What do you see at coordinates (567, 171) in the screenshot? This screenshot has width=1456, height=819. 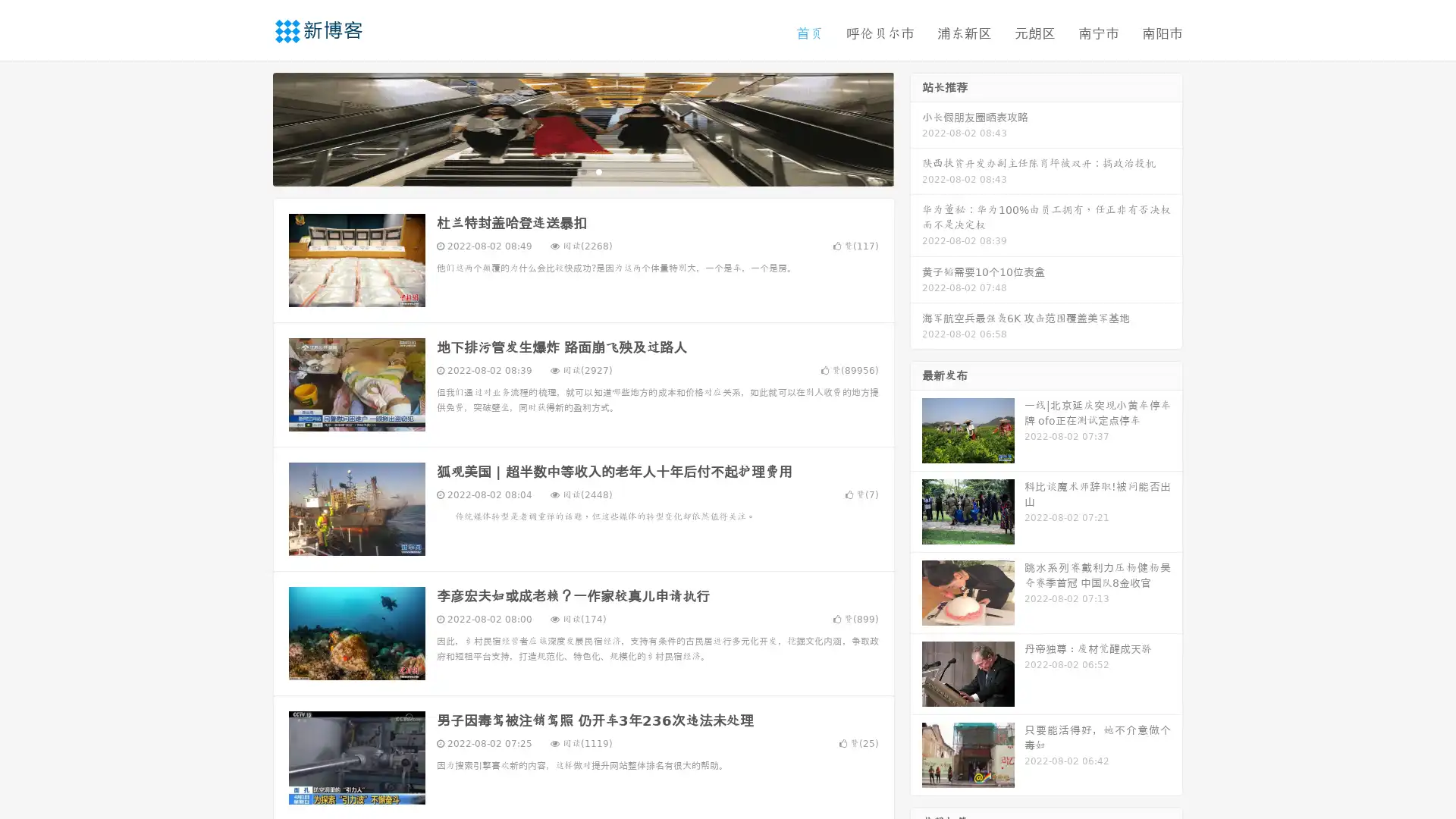 I see `Go to slide 1` at bounding box center [567, 171].